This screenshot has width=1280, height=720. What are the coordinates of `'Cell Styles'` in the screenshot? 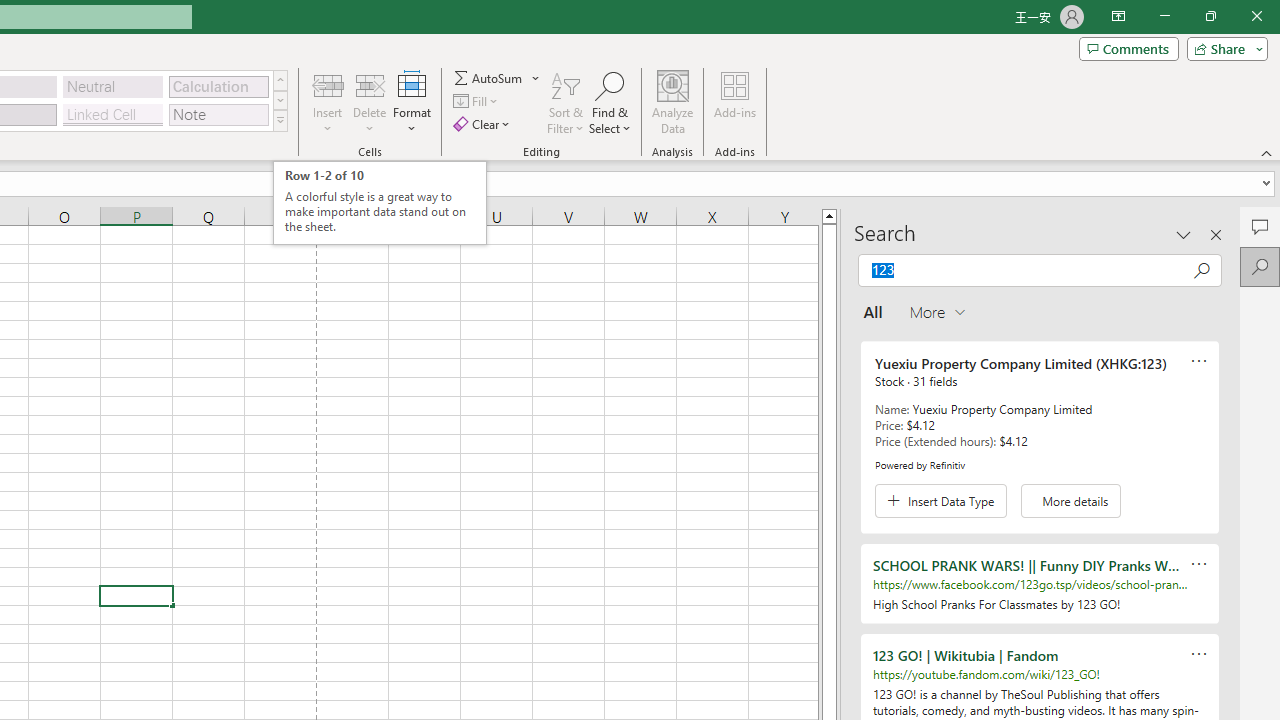 It's located at (279, 120).